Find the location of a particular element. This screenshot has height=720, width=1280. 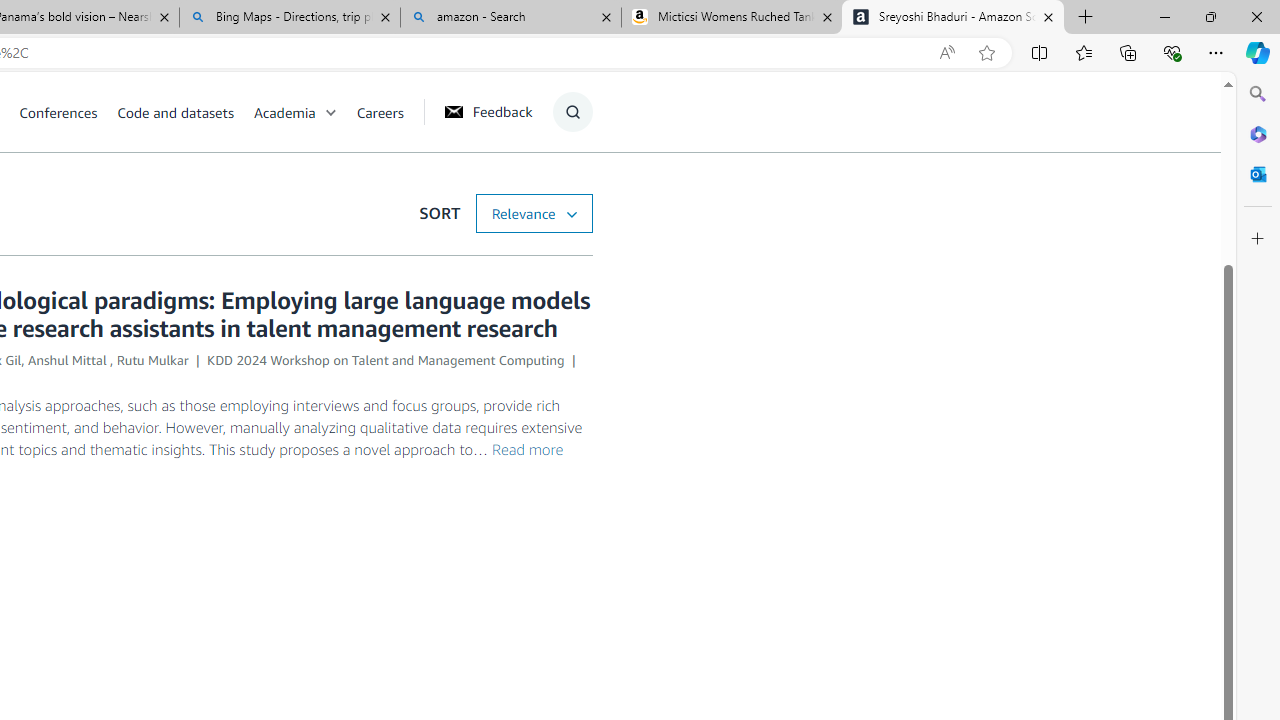

'Sreyoshi Bhaduri - Amazon Science' is located at coordinates (952, 17).